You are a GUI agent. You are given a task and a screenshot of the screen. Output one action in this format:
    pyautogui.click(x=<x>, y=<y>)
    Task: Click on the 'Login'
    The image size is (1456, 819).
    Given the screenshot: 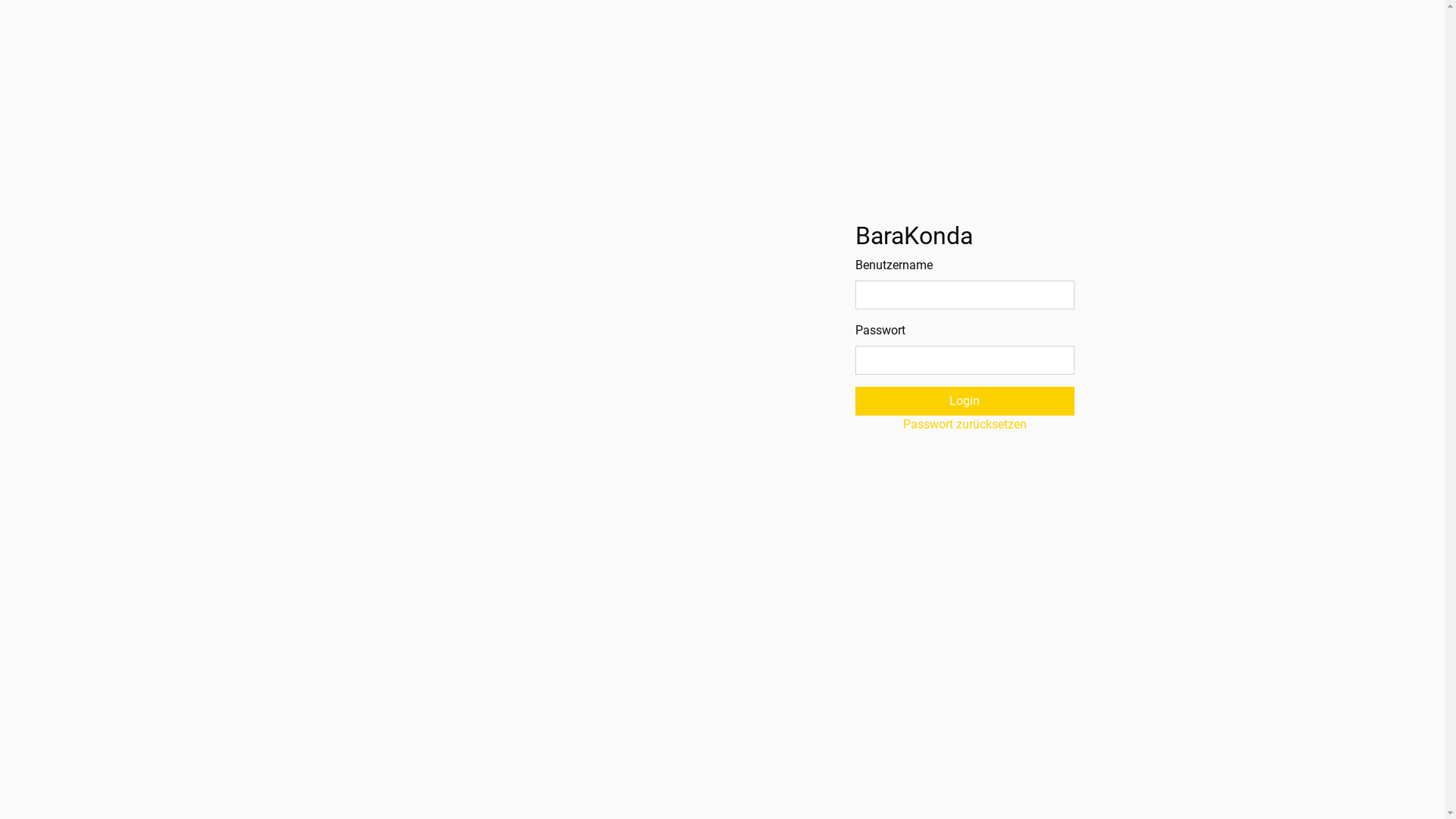 What is the action you would take?
    pyautogui.click(x=964, y=400)
    